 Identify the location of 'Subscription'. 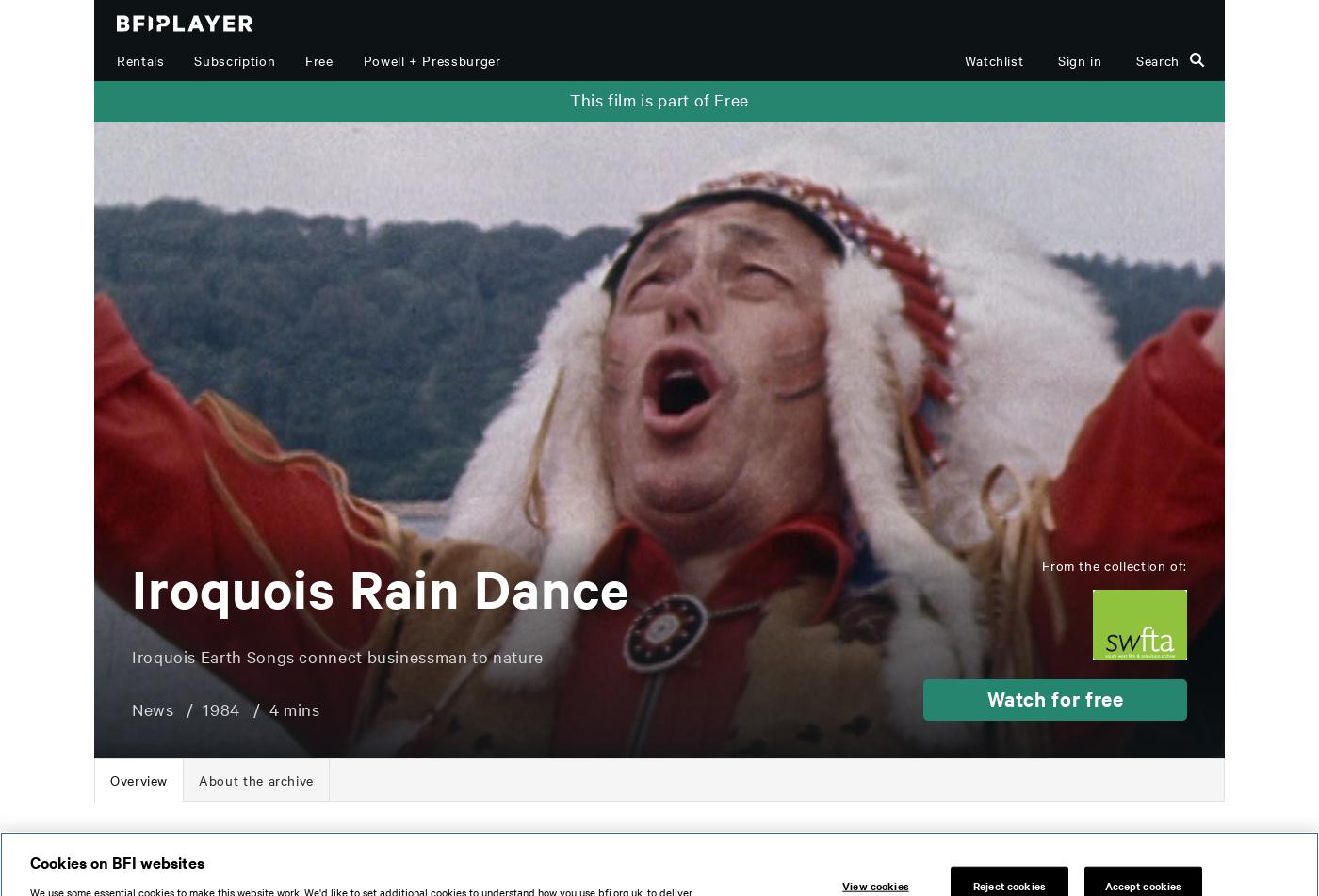
(193, 60).